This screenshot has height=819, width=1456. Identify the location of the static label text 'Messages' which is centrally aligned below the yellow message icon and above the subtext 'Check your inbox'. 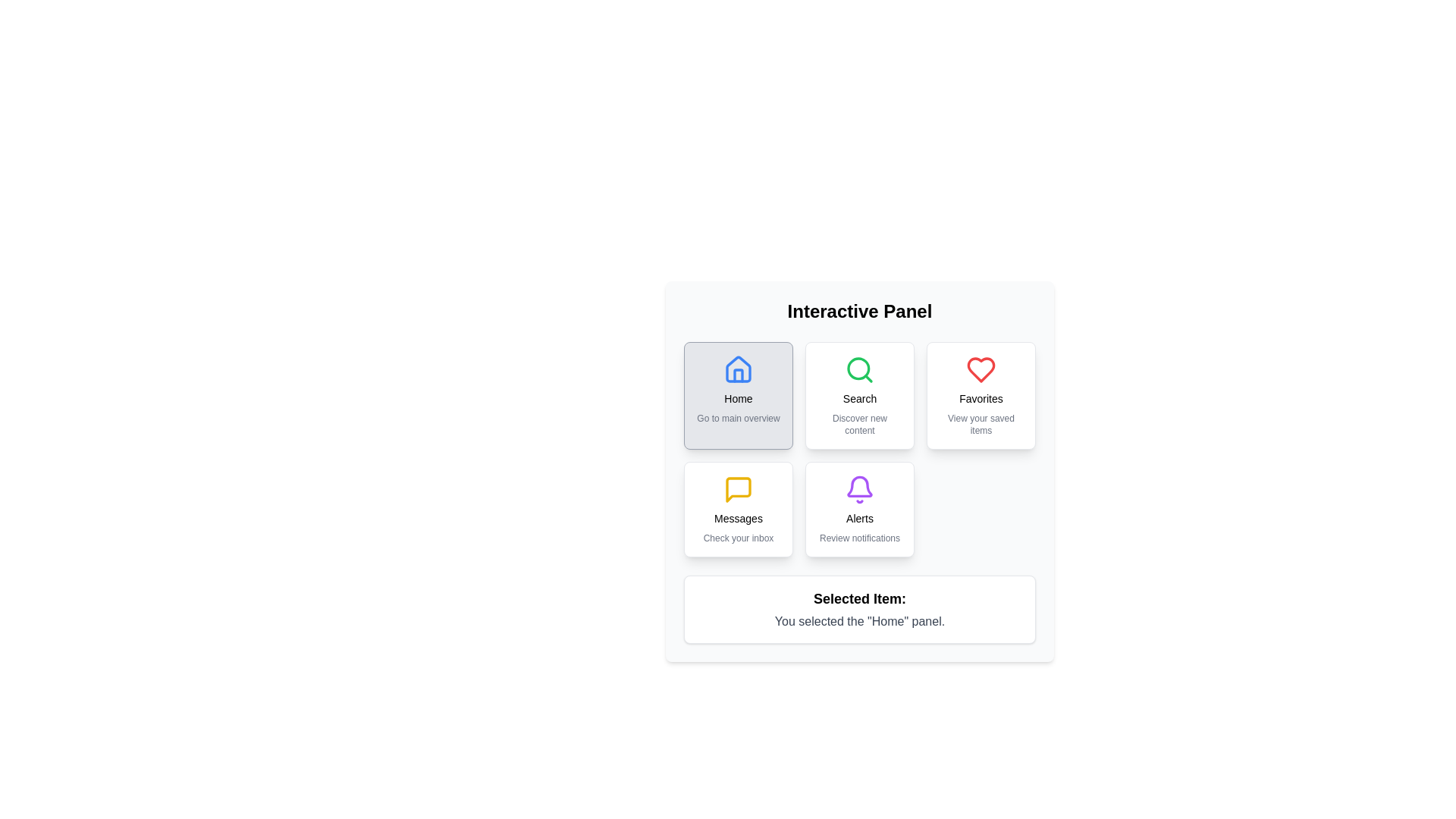
(739, 517).